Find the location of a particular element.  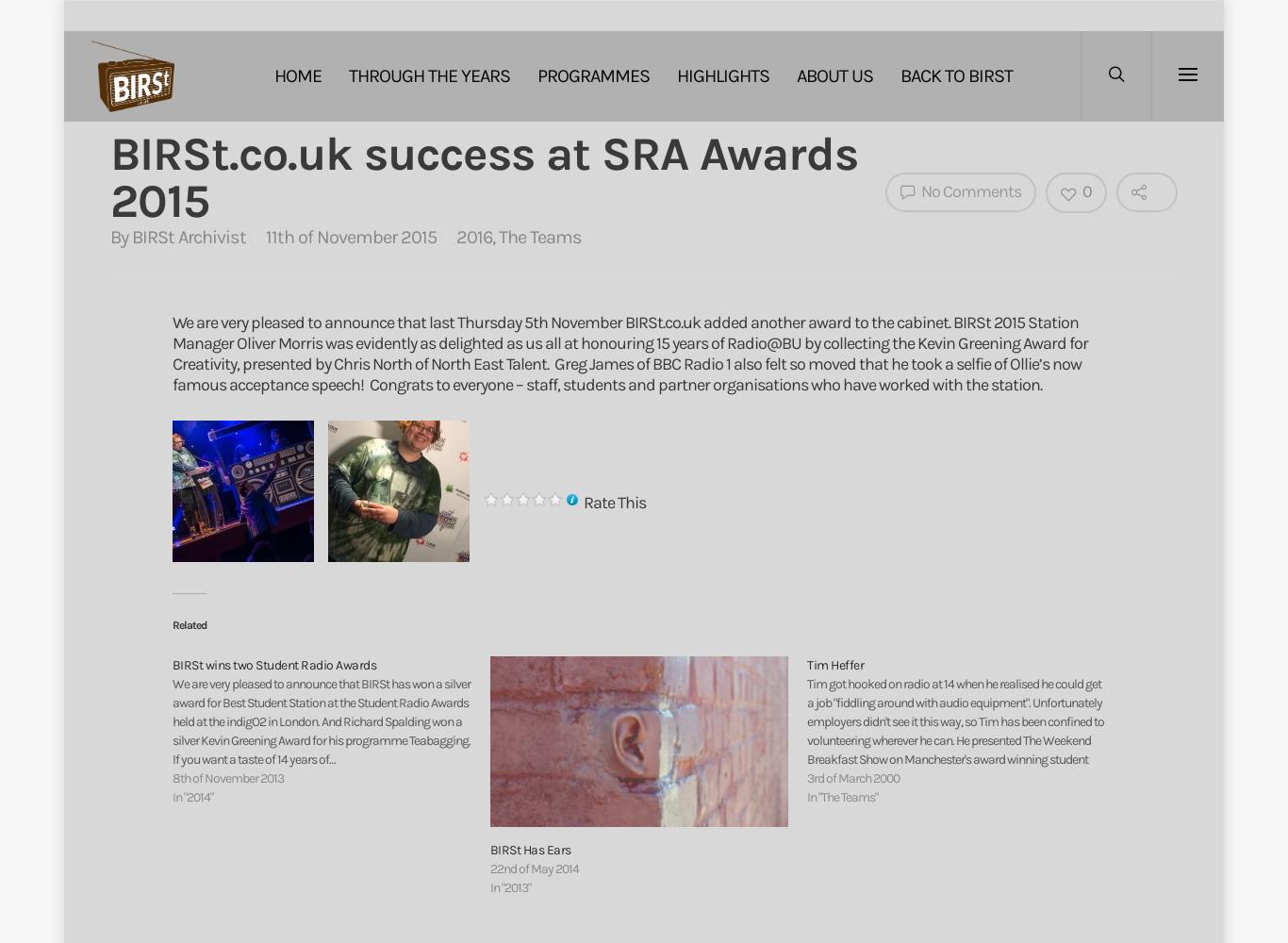

'By' is located at coordinates (120, 237).